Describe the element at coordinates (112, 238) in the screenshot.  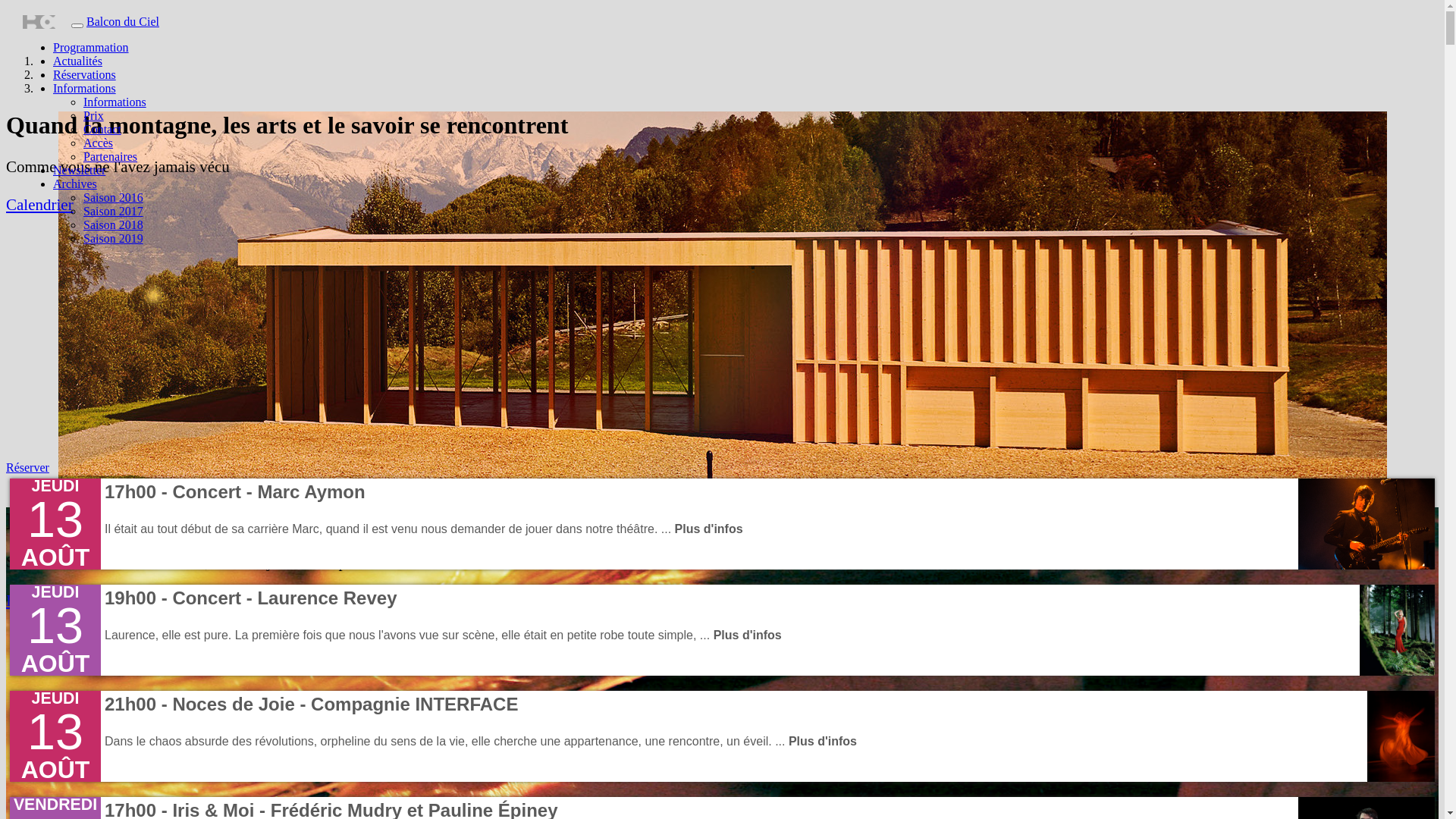
I see `'Saison 2019'` at that location.